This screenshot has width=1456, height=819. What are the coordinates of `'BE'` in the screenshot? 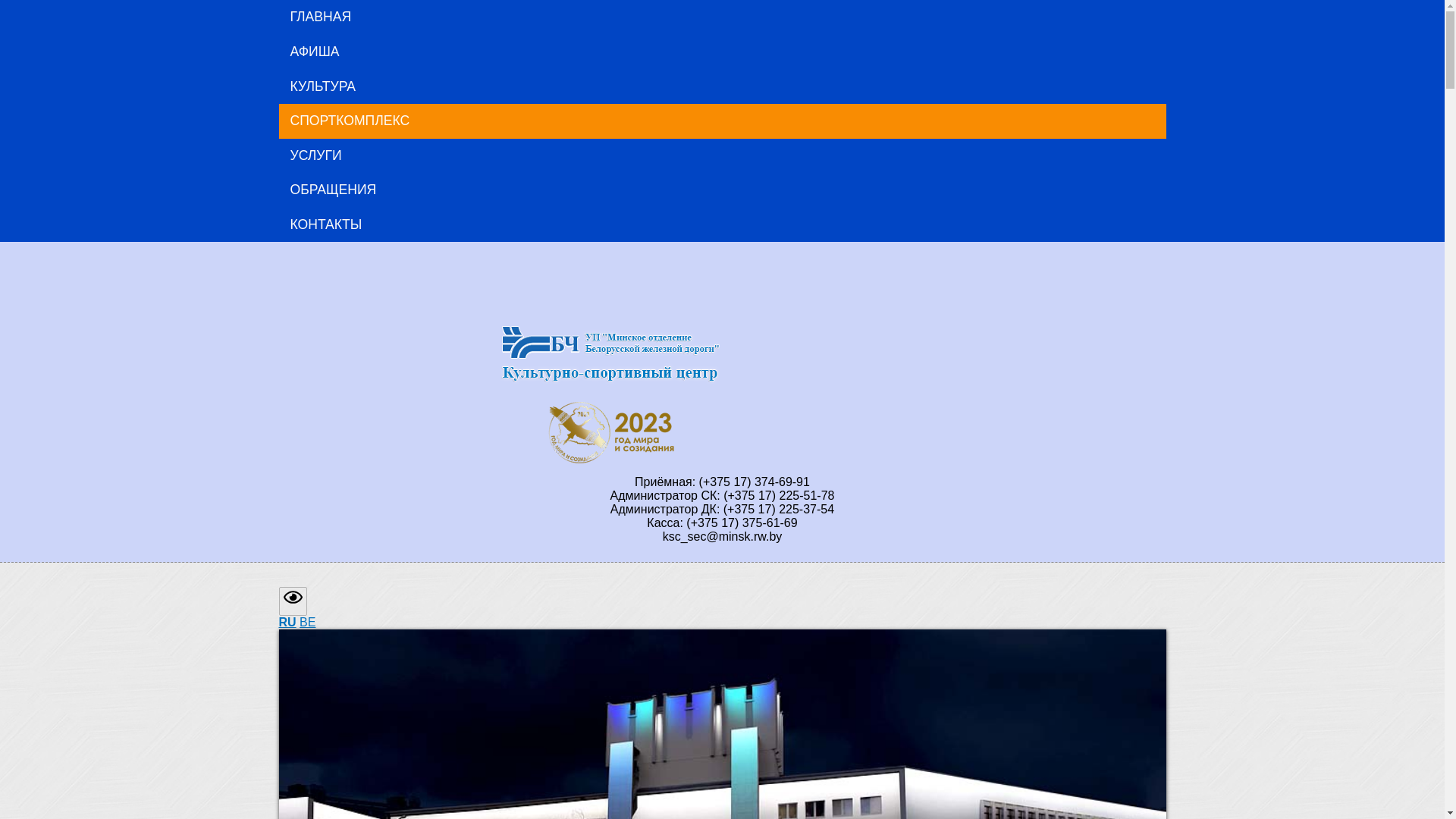 It's located at (306, 622).